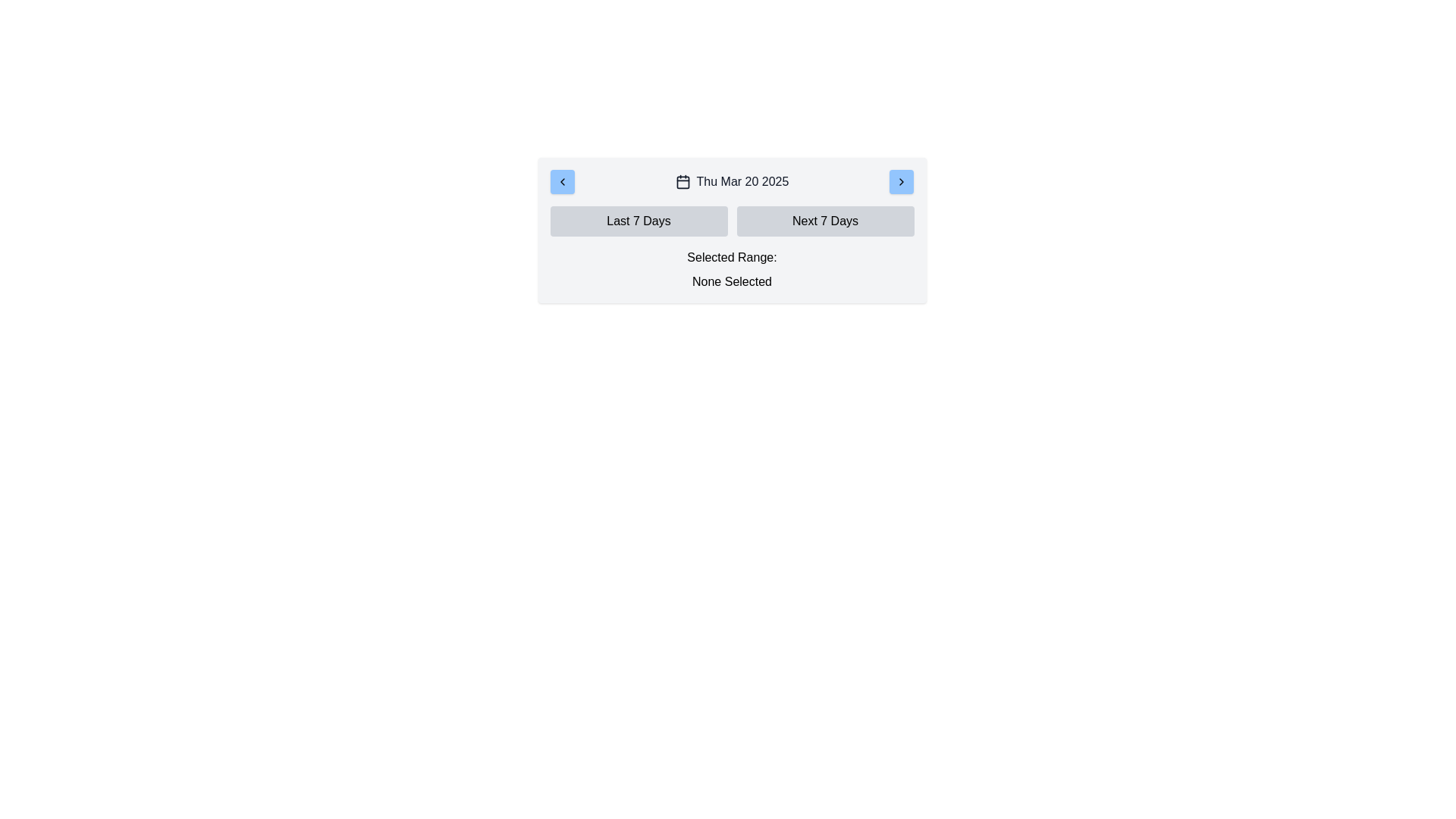  I want to click on the chevron-left icon button in the top-left corner of the modal, so click(561, 180).